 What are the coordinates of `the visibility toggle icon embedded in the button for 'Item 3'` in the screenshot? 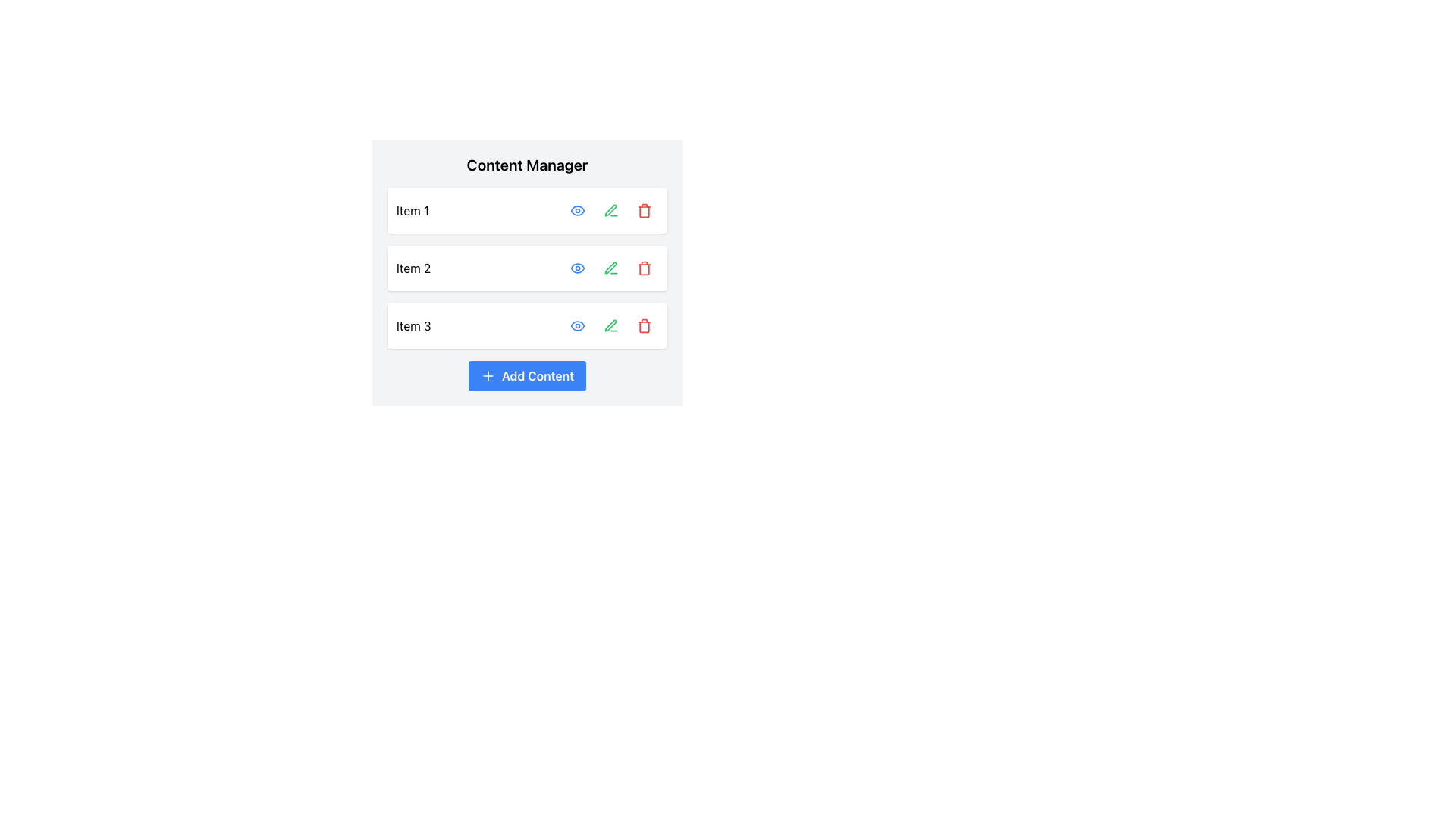 It's located at (577, 325).